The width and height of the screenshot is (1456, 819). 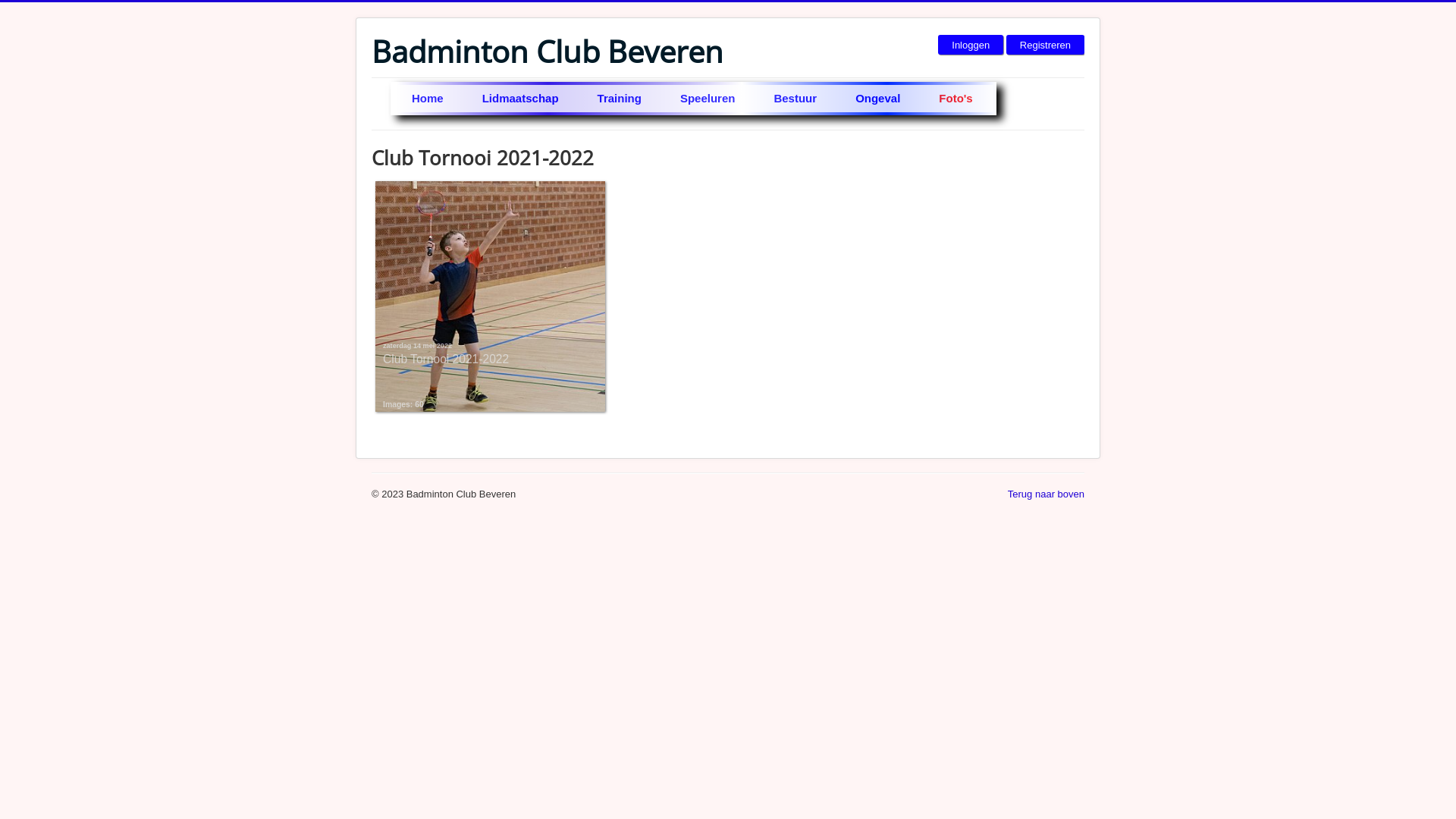 I want to click on 'Speeluren', so click(x=708, y=99).